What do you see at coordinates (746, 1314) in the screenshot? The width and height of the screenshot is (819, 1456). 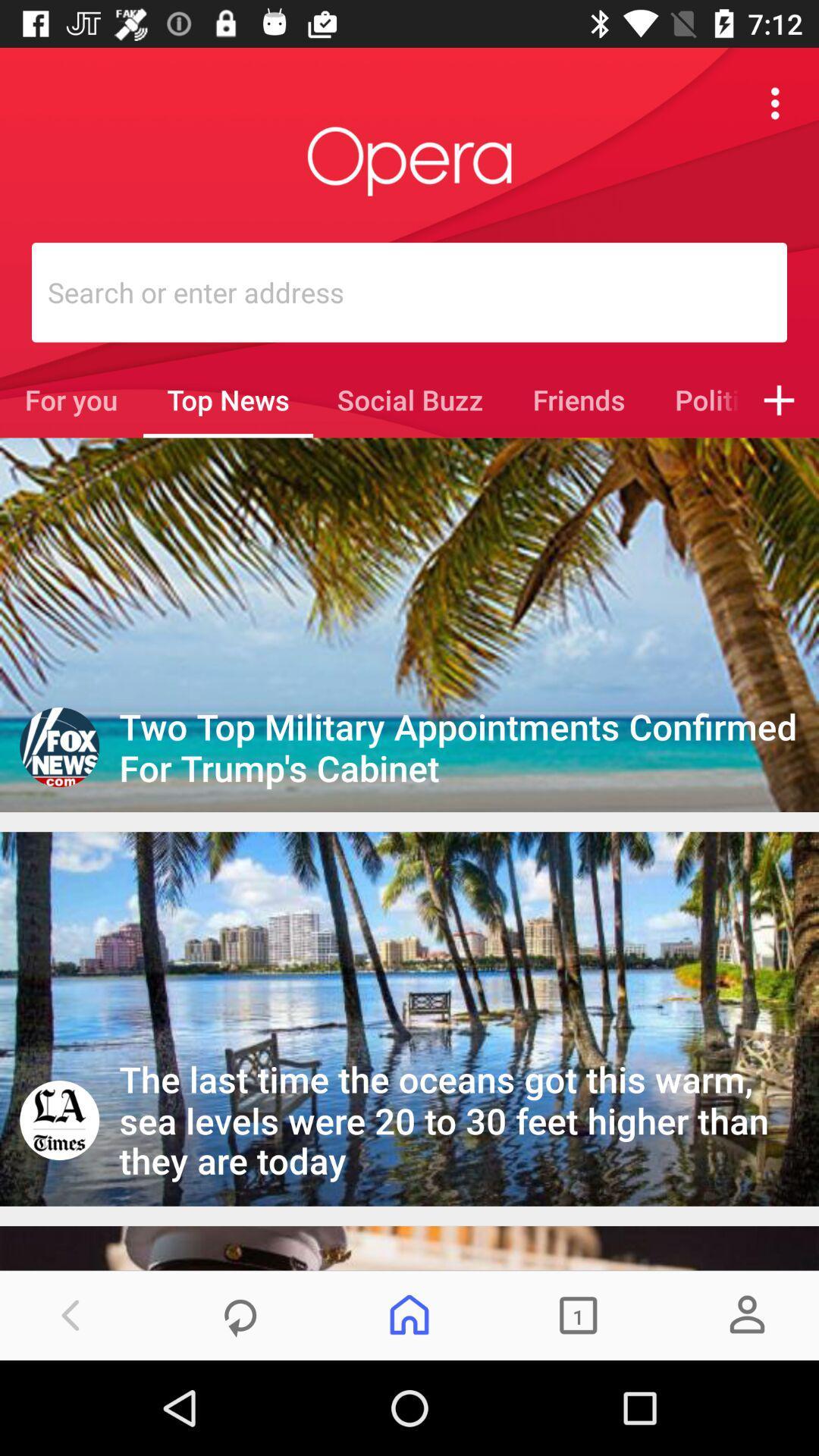 I see `the avatar icon` at bounding box center [746, 1314].